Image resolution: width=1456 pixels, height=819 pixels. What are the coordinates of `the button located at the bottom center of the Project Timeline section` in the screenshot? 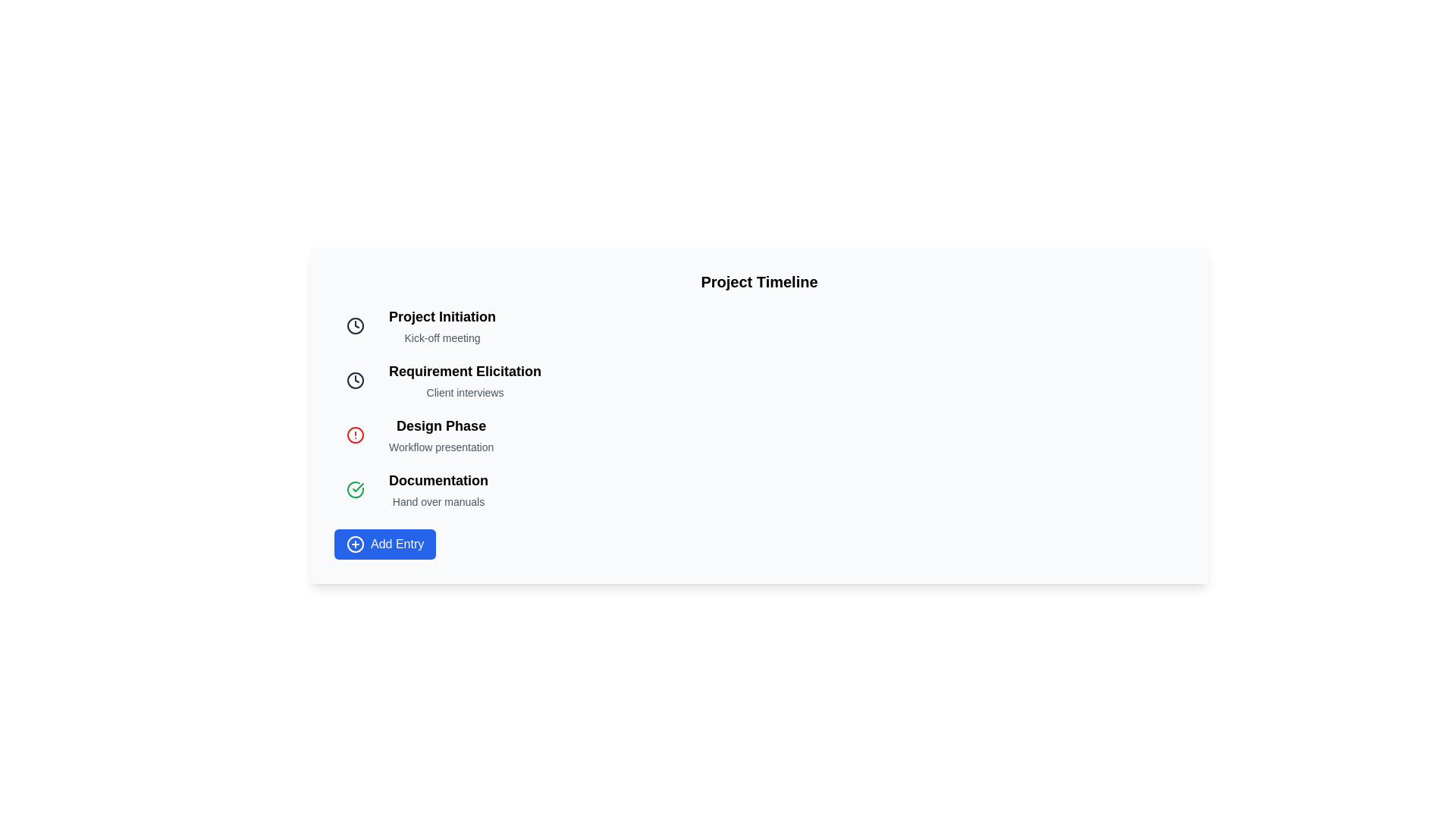 It's located at (385, 543).